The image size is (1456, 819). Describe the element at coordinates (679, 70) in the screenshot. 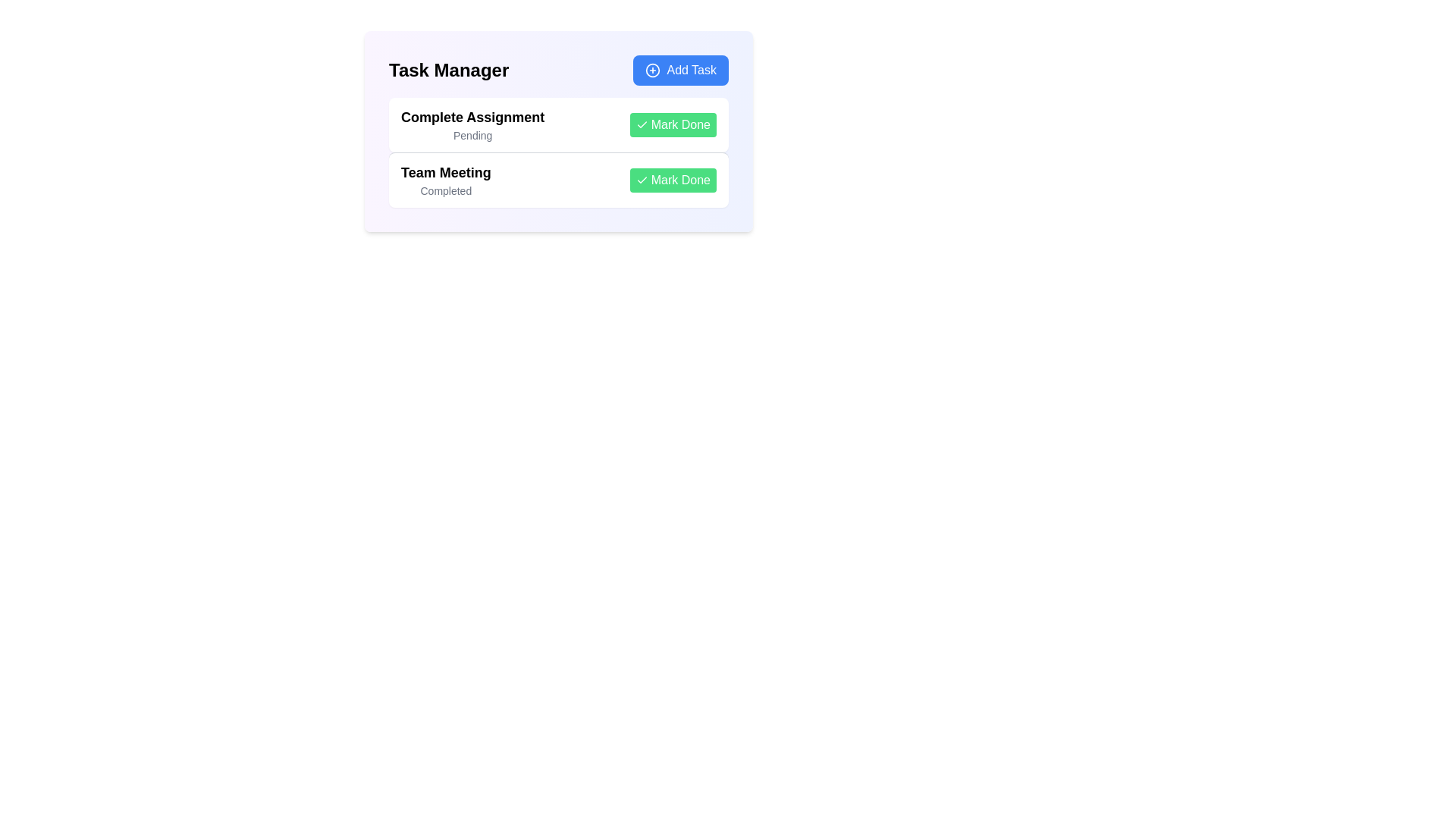

I see `the 'Add Task' button to add a new task to the list` at that location.